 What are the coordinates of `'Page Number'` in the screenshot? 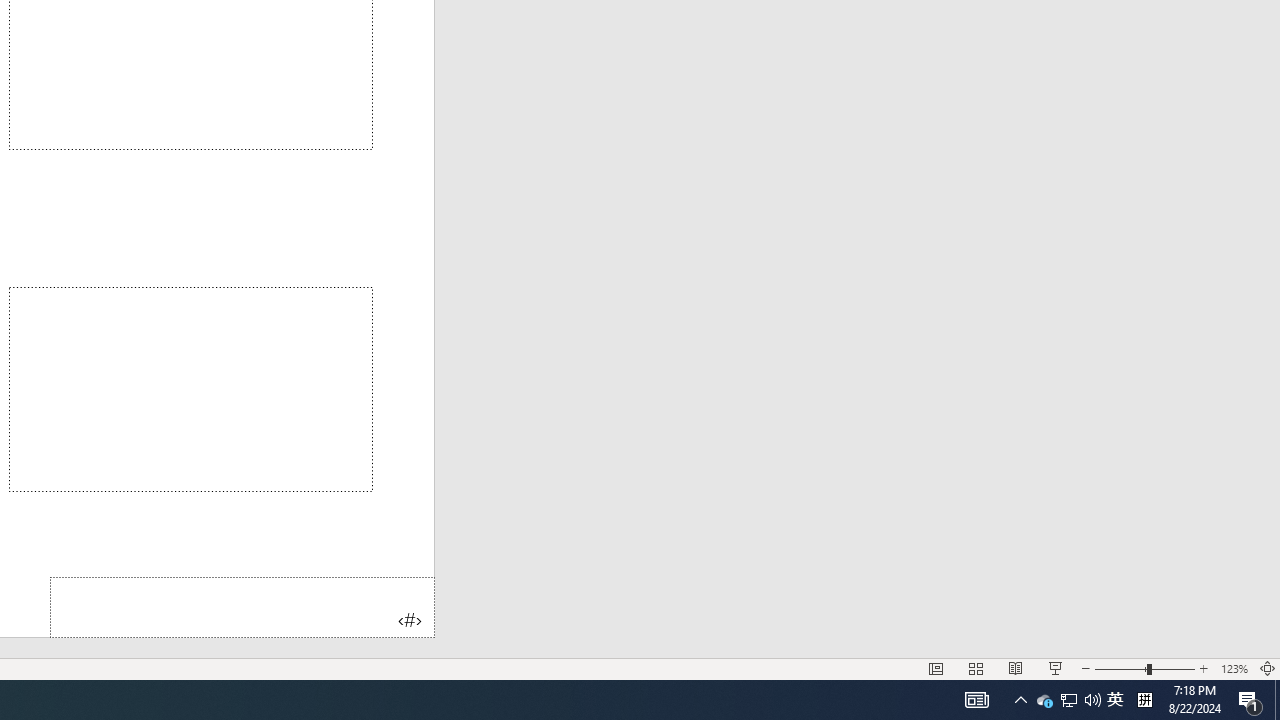 It's located at (241, 606).